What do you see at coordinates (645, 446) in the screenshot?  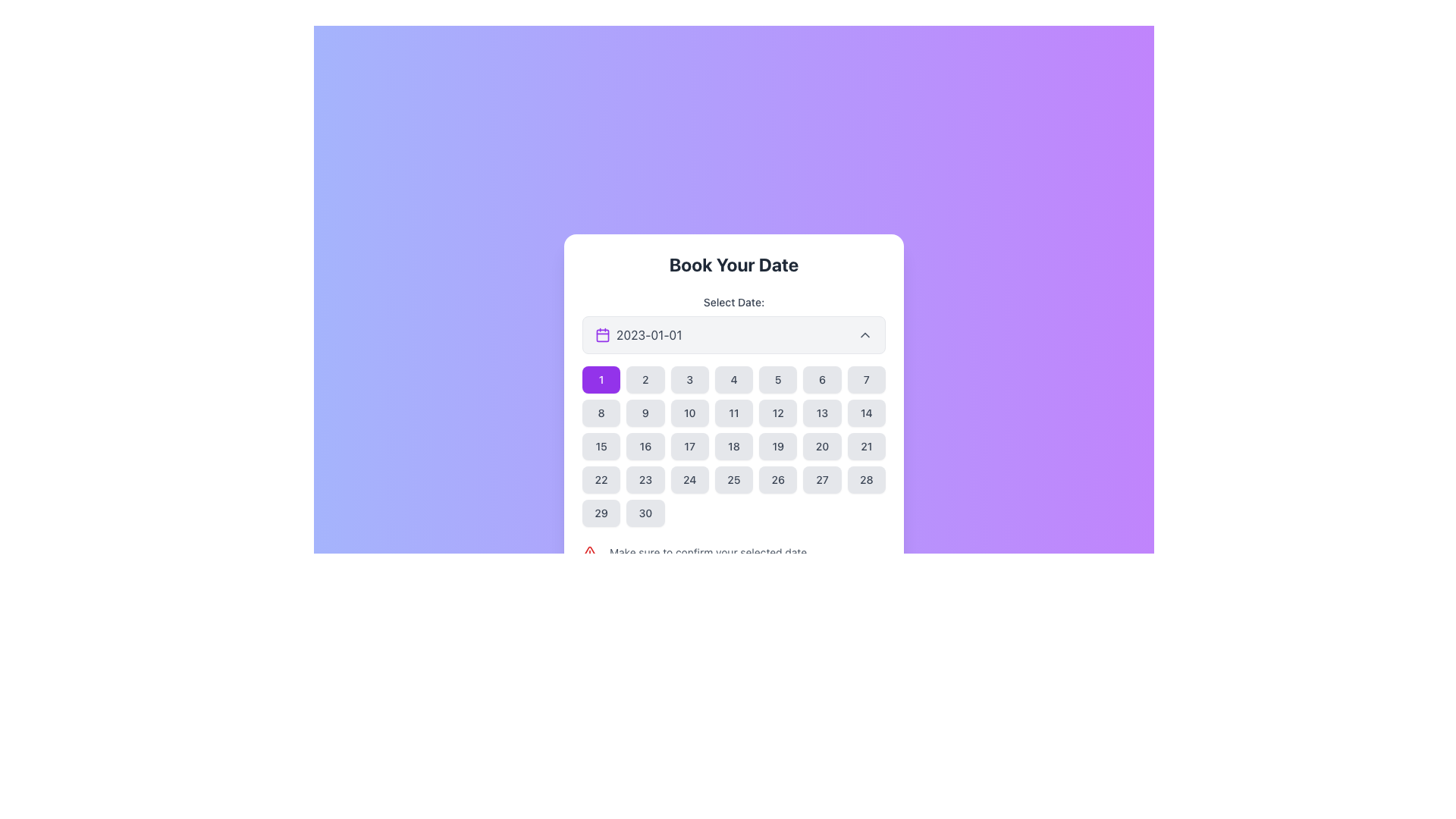 I see `the rounded rectangular button labeled '16' in the 'Select Date' section` at bounding box center [645, 446].